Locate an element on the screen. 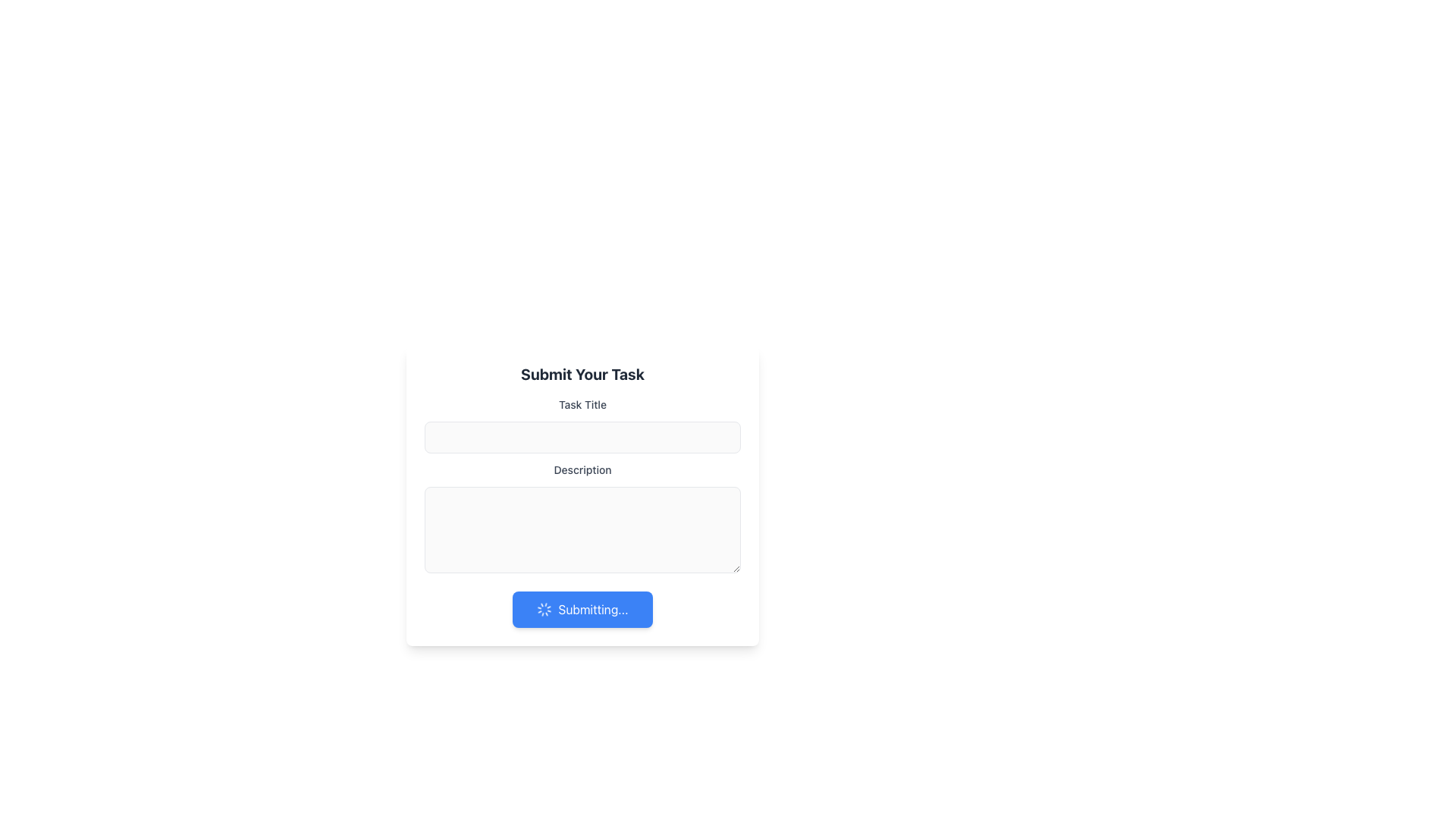 This screenshot has width=1456, height=819. the bold text header titled 'Submit Your Task', which is center-aligned and located at the top of the form layout is located at coordinates (582, 374).